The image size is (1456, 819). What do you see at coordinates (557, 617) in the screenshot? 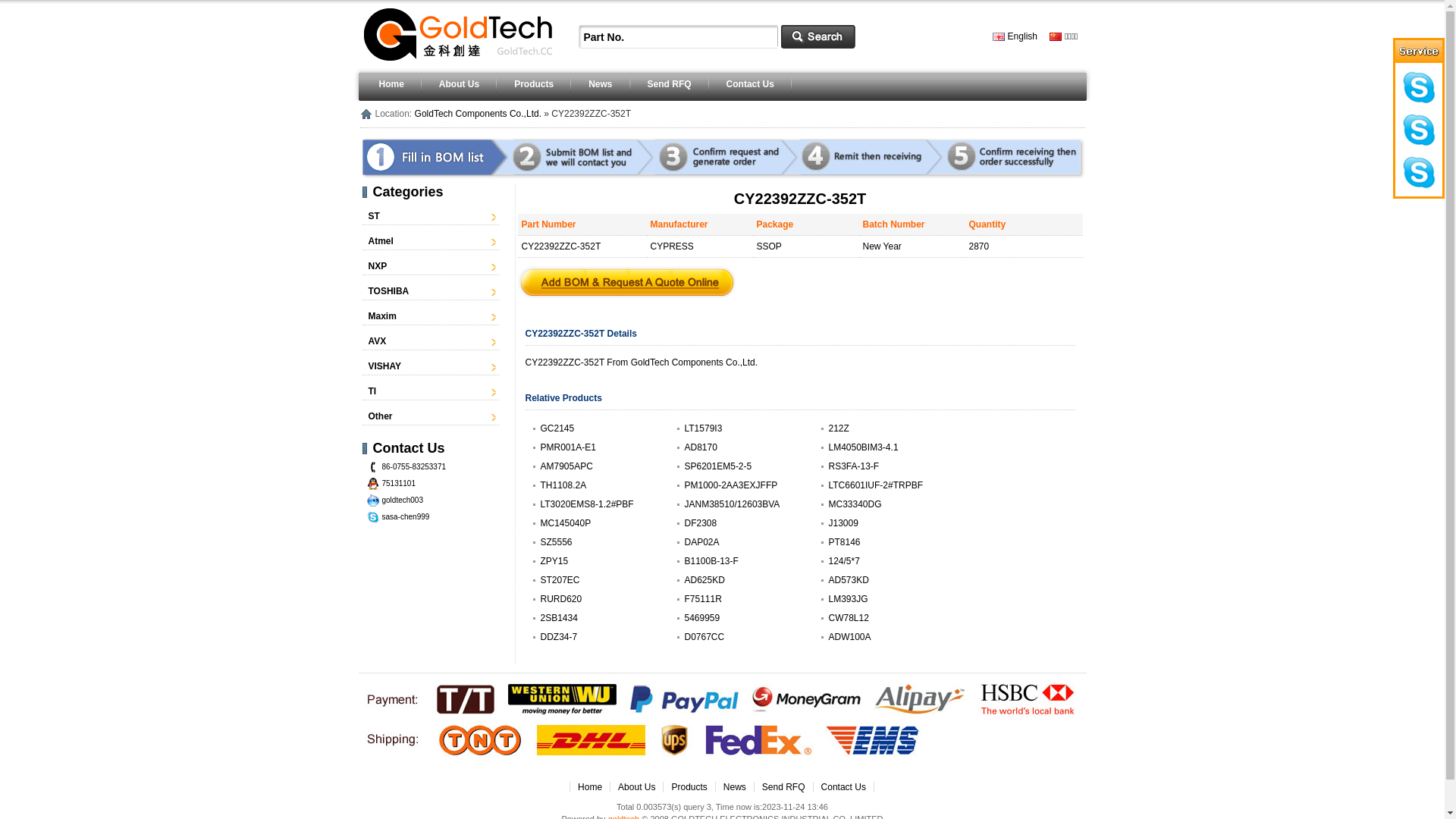
I see `'2SB1434'` at bounding box center [557, 617].